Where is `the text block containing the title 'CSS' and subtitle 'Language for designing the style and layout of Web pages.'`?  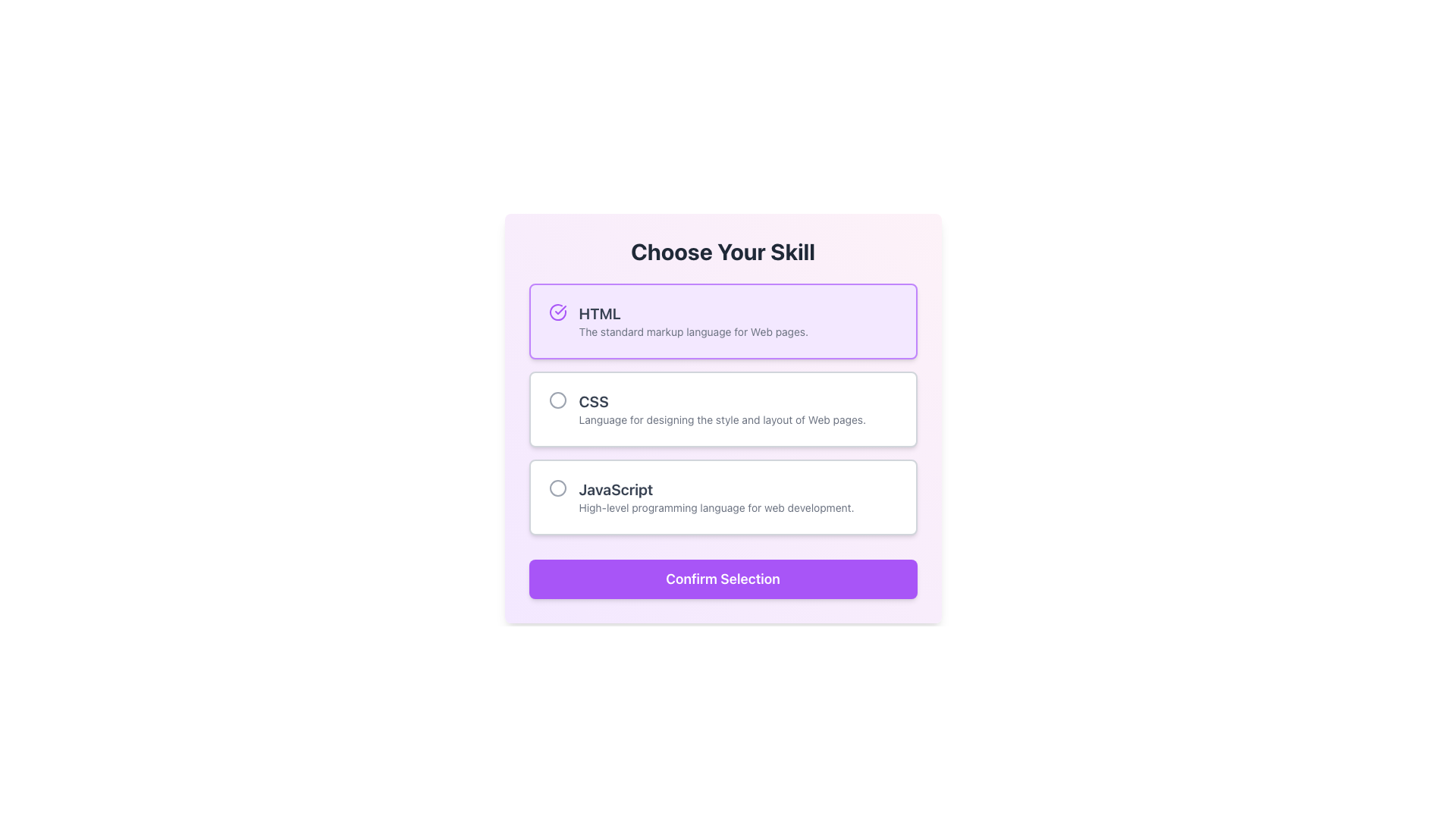 the text block containing the title 'CSS' and subtitle 'Language for designing the style and layout of Web pages.' is located at coordinates (721, 409).